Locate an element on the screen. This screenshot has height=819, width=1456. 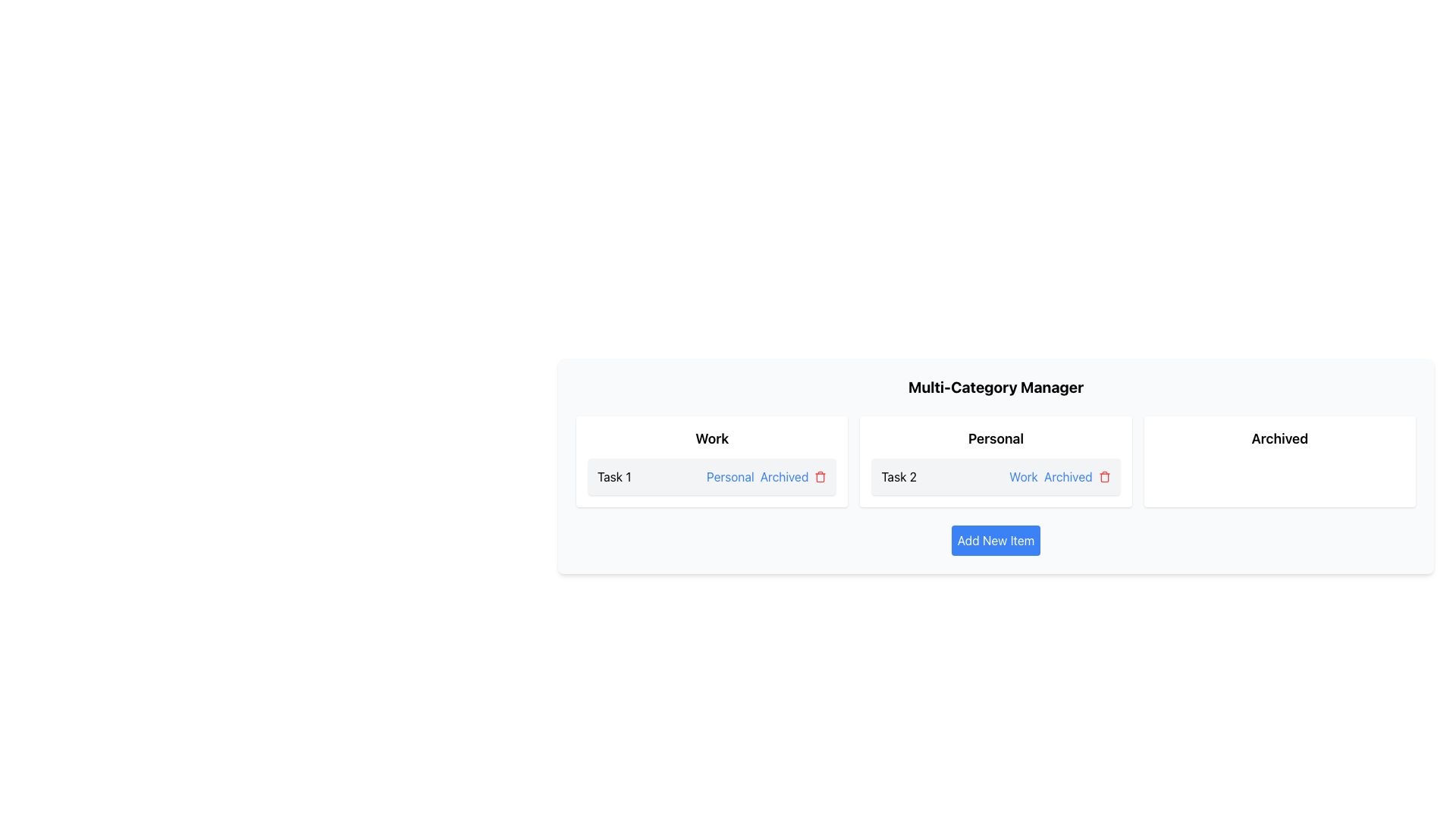
the red-colored trash icon button located next to the blue 'Archived' link in the 'Personal' section of the task management interface is located at coordinates (1104, 475).